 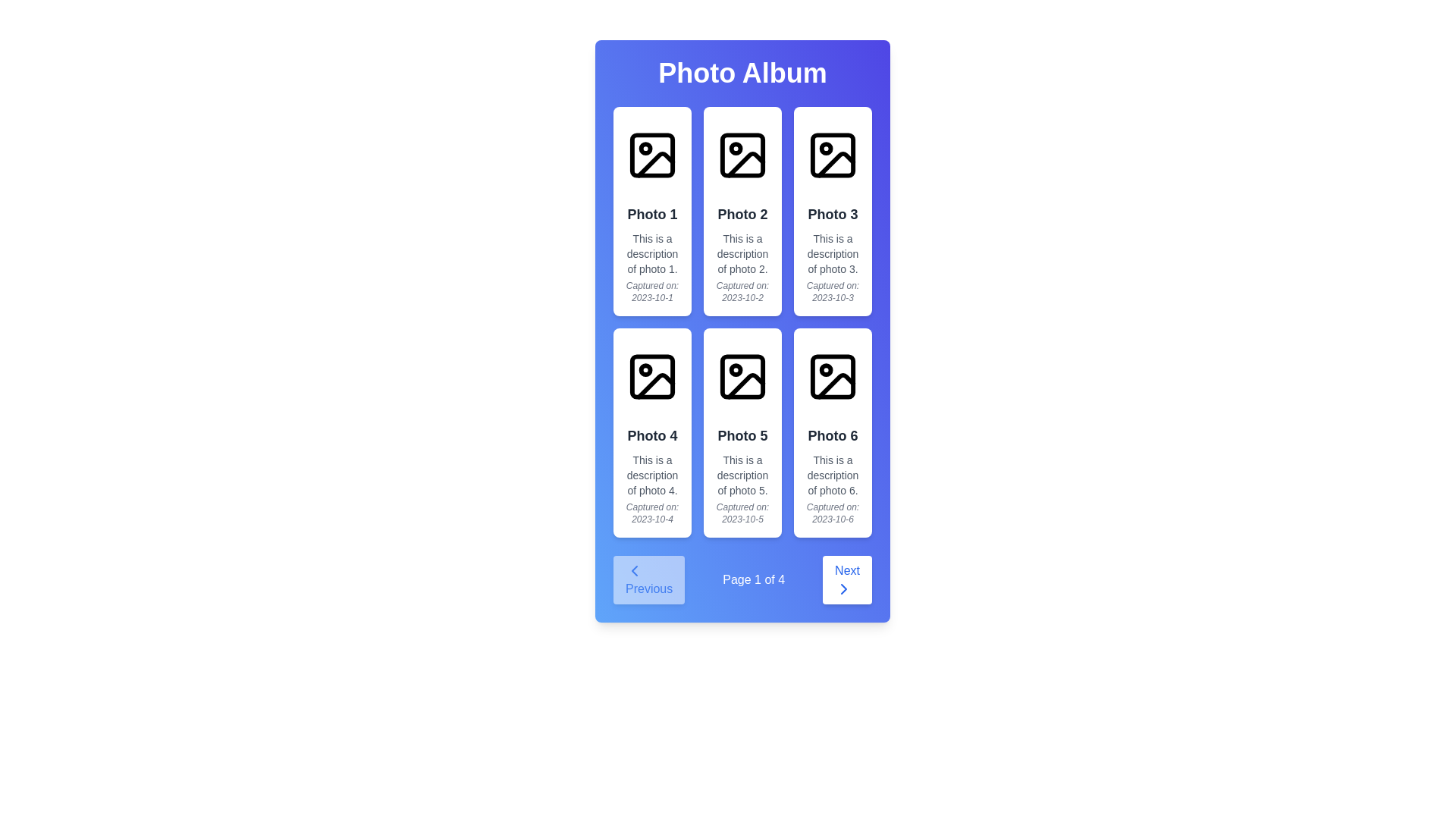 I want to click on the image placeholder icon located at the top center of the card labeled 'Photo 2', which is positioned above the title and description text block, so click(x=742, y=155).